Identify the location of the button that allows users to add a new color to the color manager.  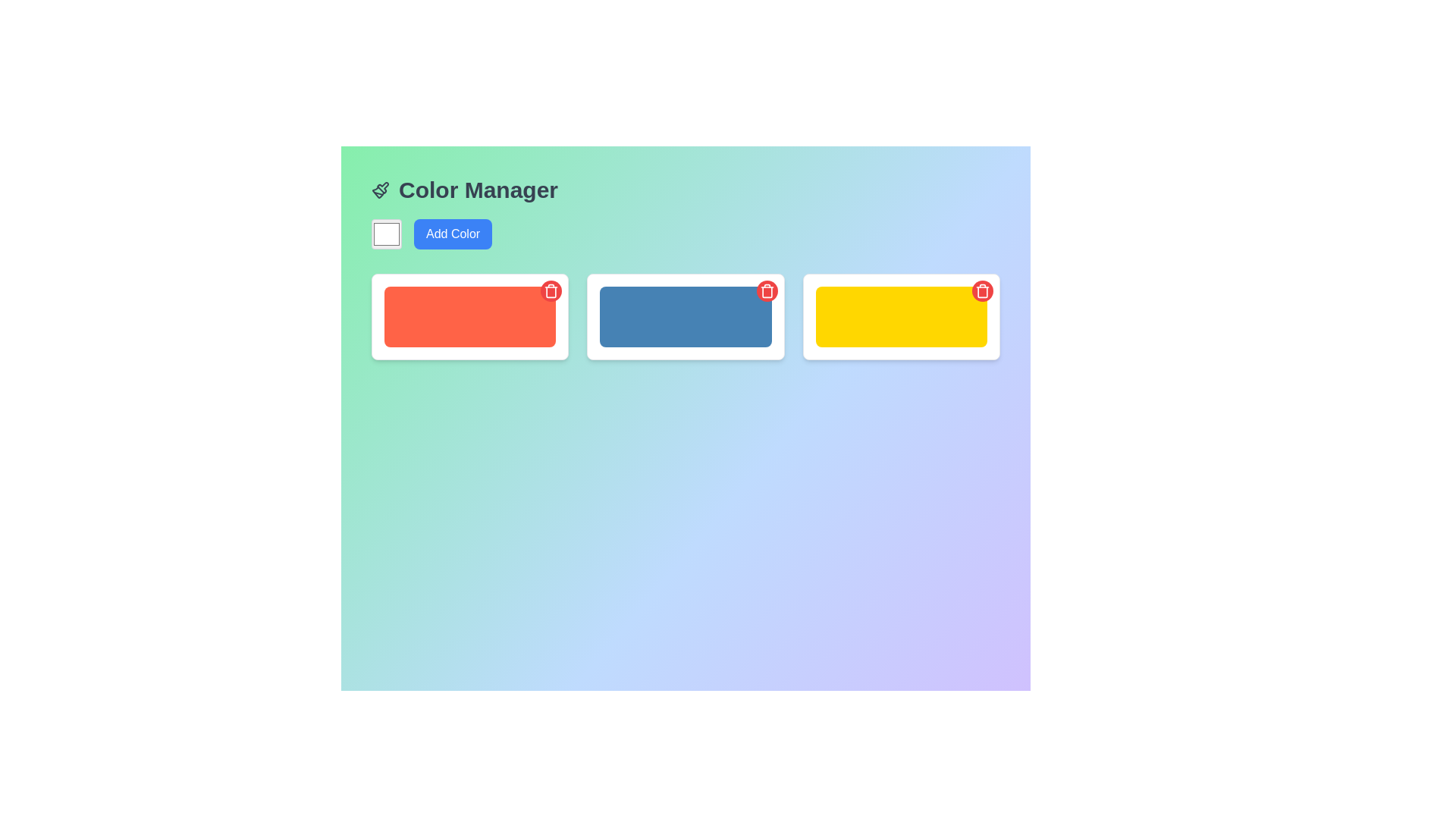
(452, 234).